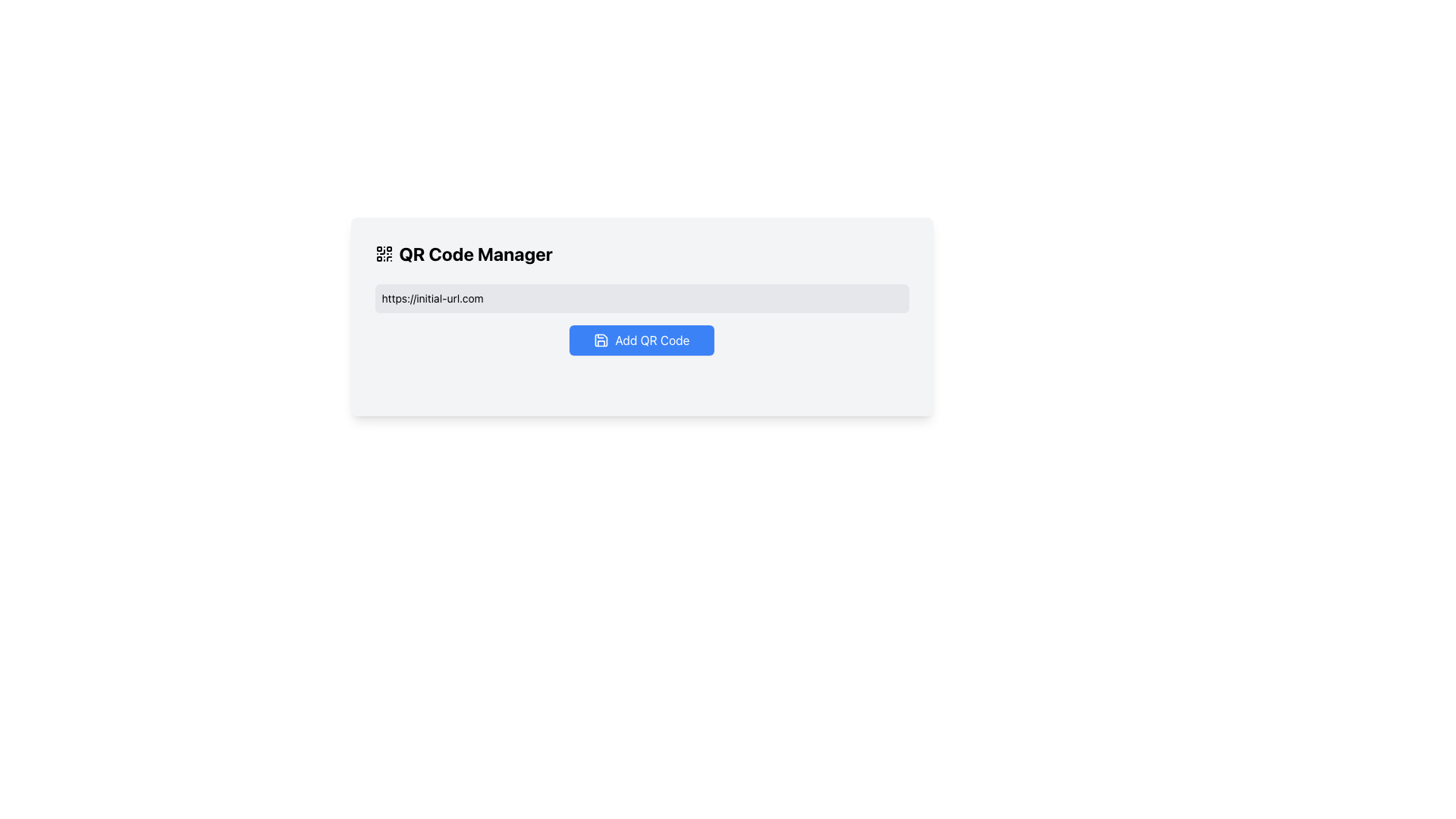 The image size is (1456, 819). Describe the element at coordinates (601, 339) in the screenshot. I see `the Save icon within the blue button labeled 'Add QR Code'` at that location.